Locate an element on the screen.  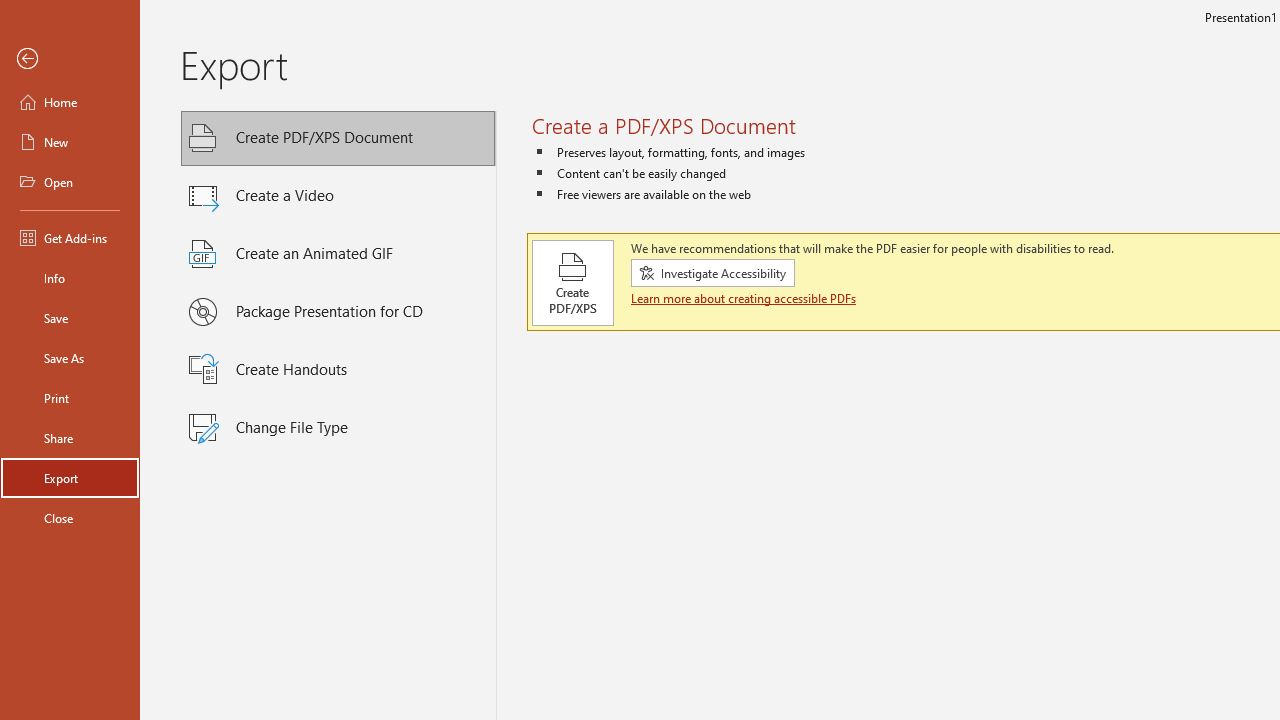
'Create a Video' is located at coordinates (338, 196).